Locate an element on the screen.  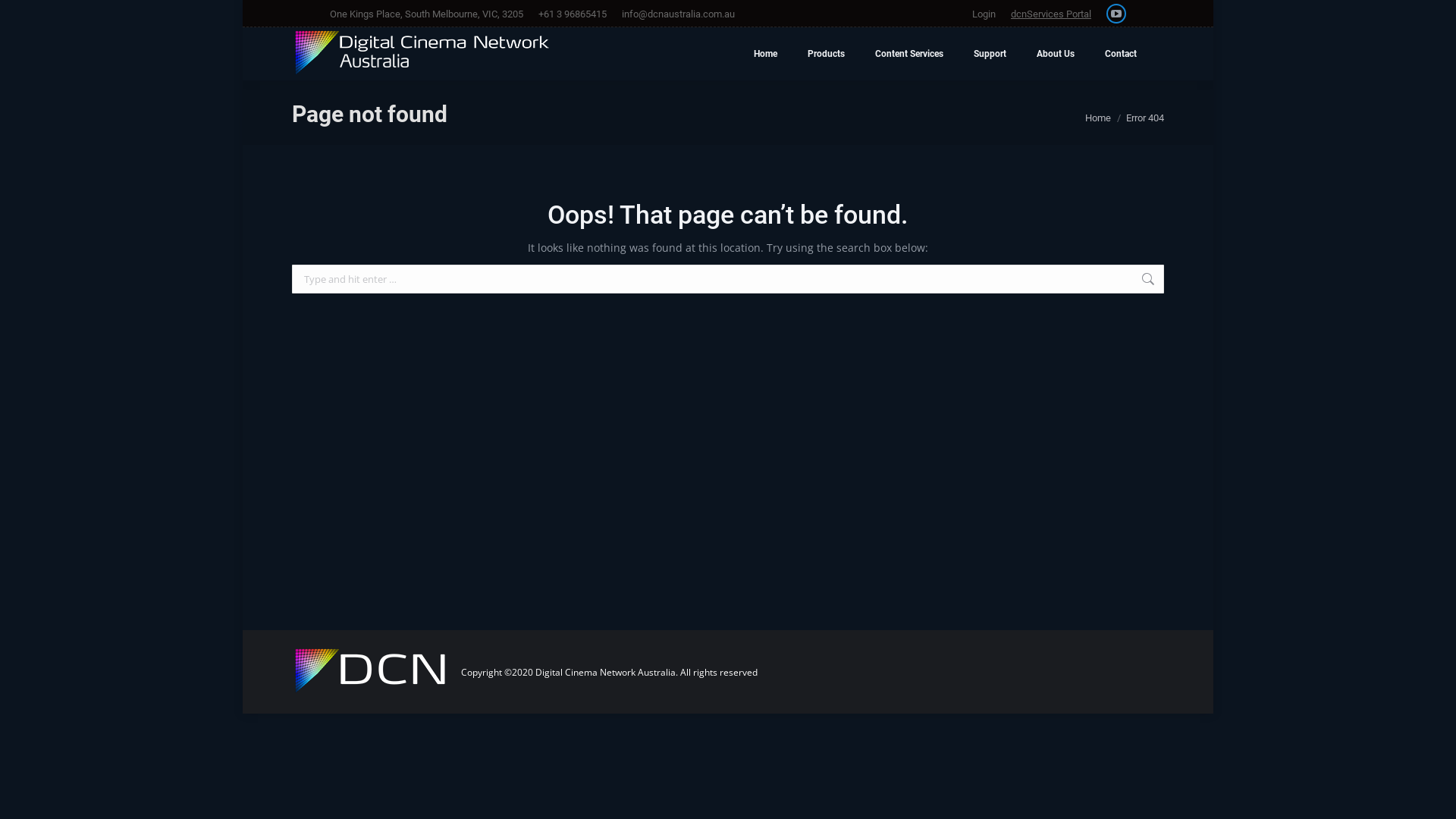
'Products' is located at coordinates (825, 52).